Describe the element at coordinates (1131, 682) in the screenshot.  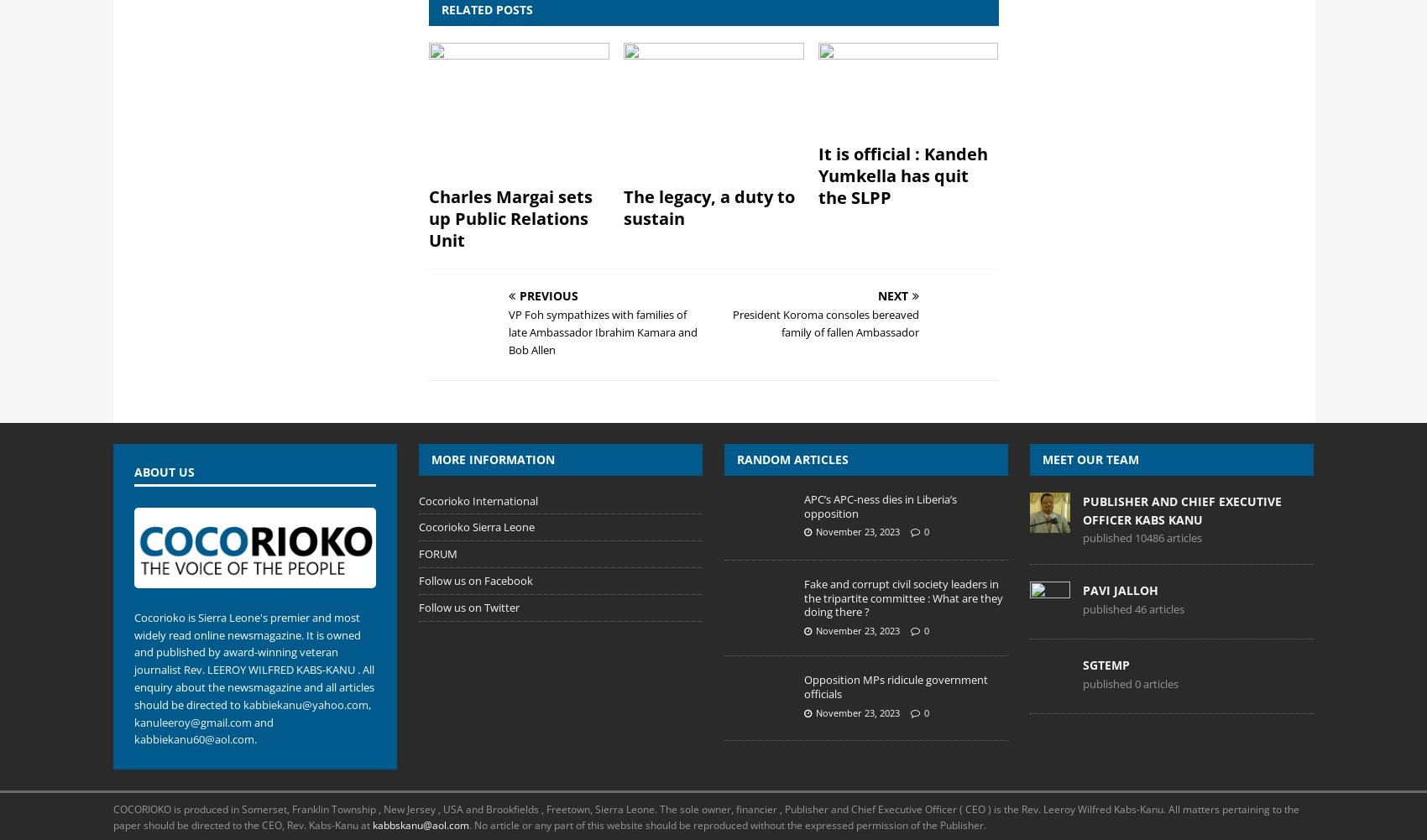
I see `'published 0 articles'` at that location.